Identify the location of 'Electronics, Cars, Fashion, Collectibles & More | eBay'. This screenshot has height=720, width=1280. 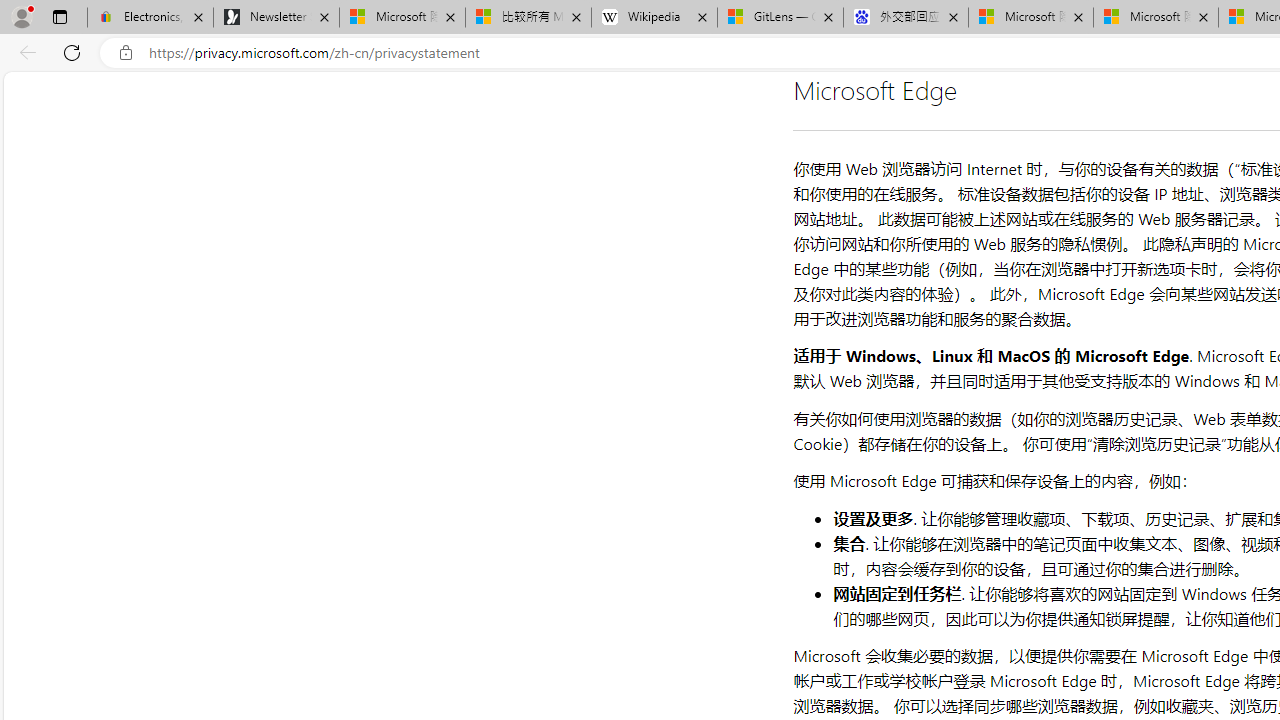
(149, 17).